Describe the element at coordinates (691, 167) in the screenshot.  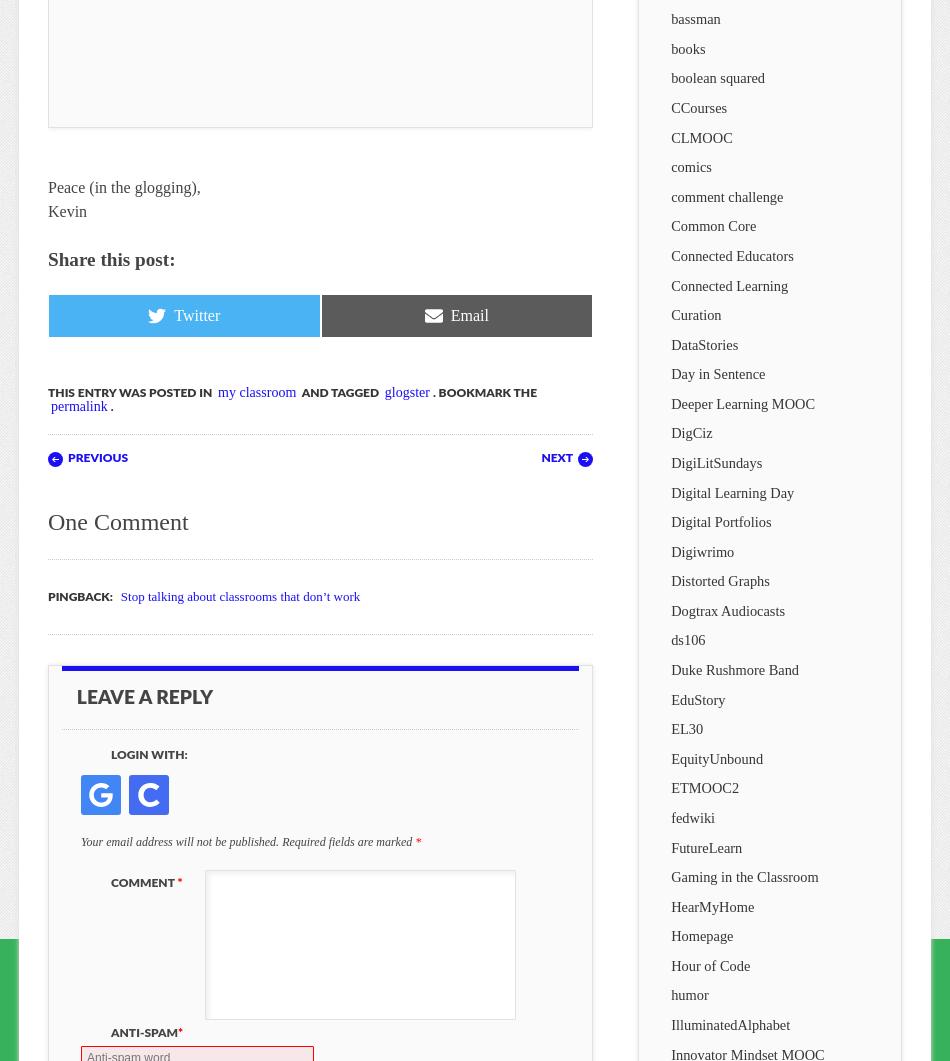
I see `'comics'` at that location.